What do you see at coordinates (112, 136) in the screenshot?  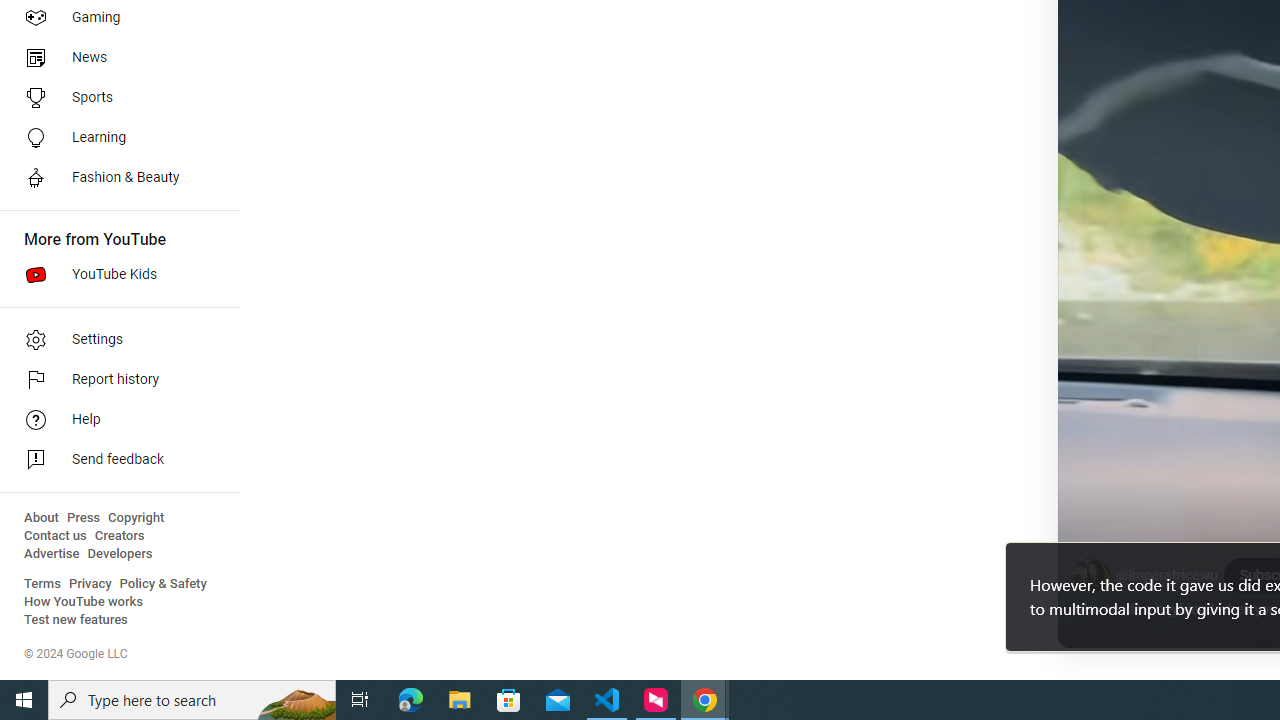 I see `'Learning'` at bounding box center [112, 136].